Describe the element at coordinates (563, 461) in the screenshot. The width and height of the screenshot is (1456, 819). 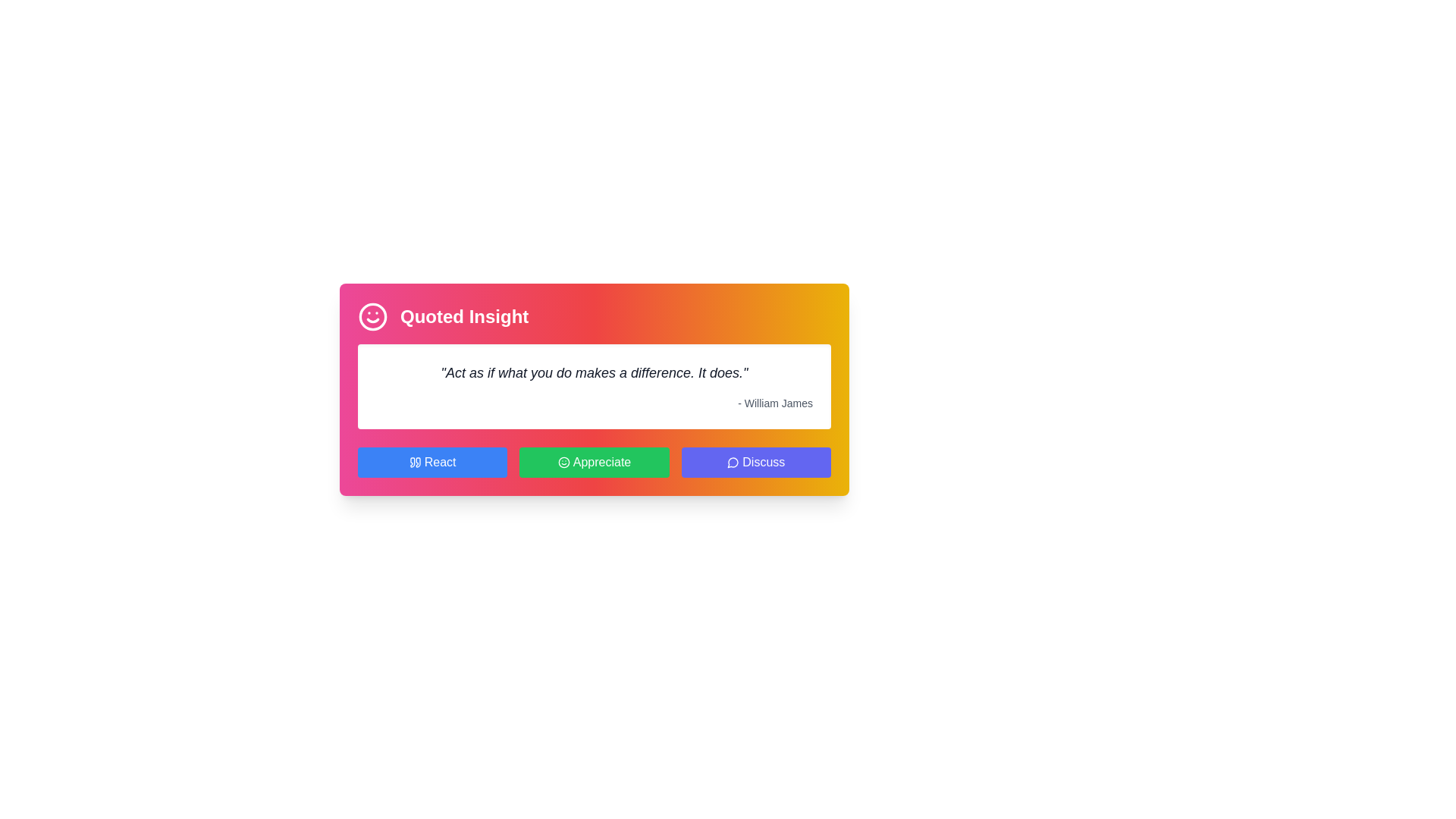
I see `the smiley face icon within the 'Appreciate' button, which is located at the center of the bottom row of action buttons in the quoted insight card` at that location.